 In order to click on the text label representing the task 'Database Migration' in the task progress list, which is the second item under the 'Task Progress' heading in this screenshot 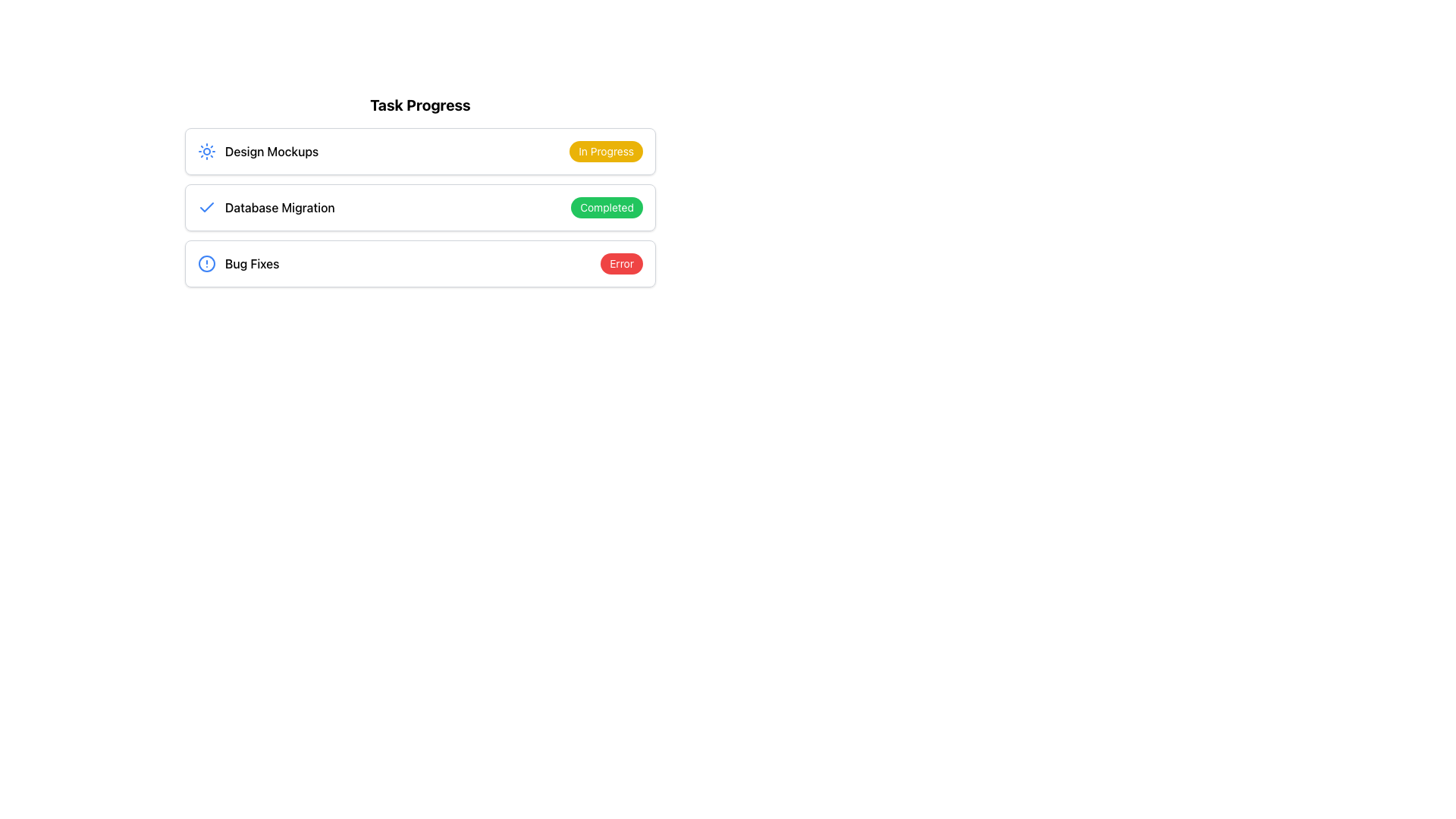, I will do `click(266, 207)`.